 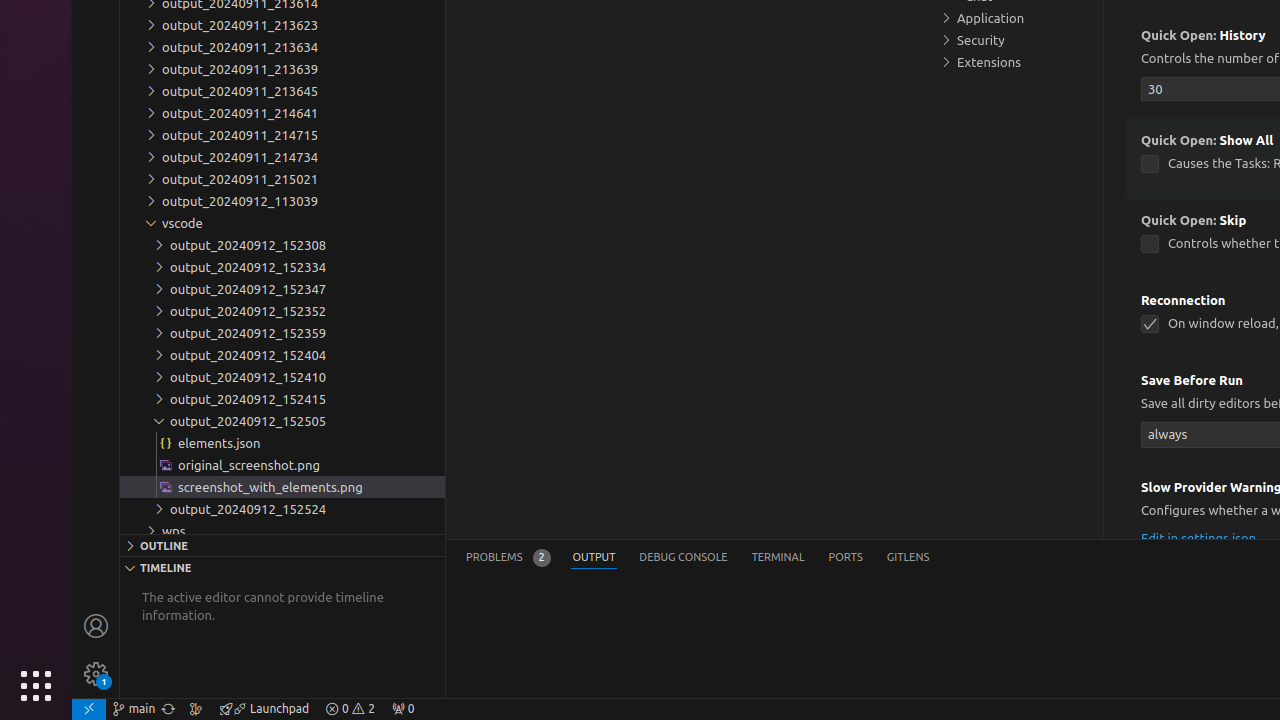 What do you see at coordinates (281, 354) in the screenshot?
I see `'output_20240912_152404'` at bounding box center [281, 354].